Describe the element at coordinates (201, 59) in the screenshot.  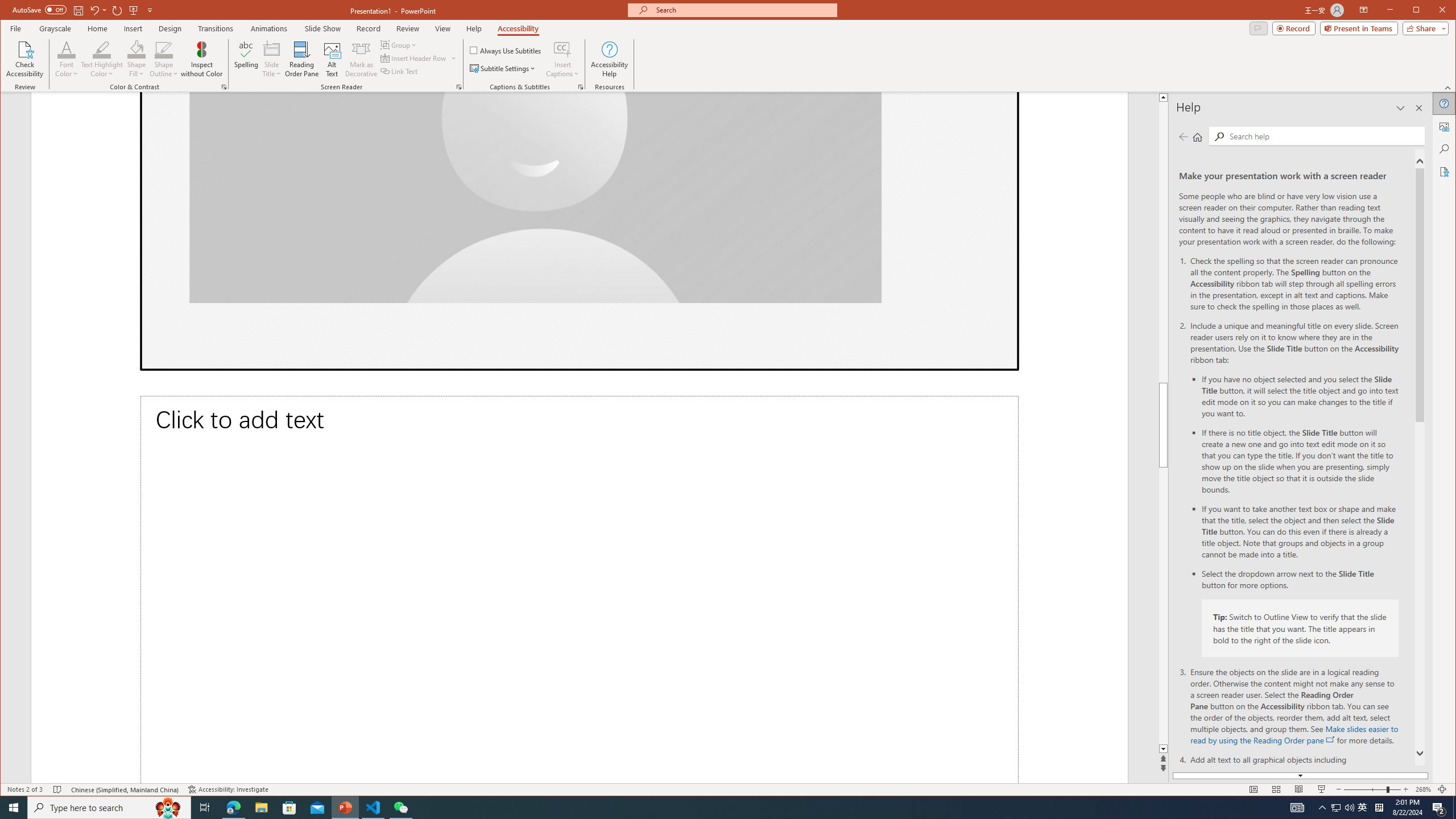
I see `'Inspect without Color'` at that location.